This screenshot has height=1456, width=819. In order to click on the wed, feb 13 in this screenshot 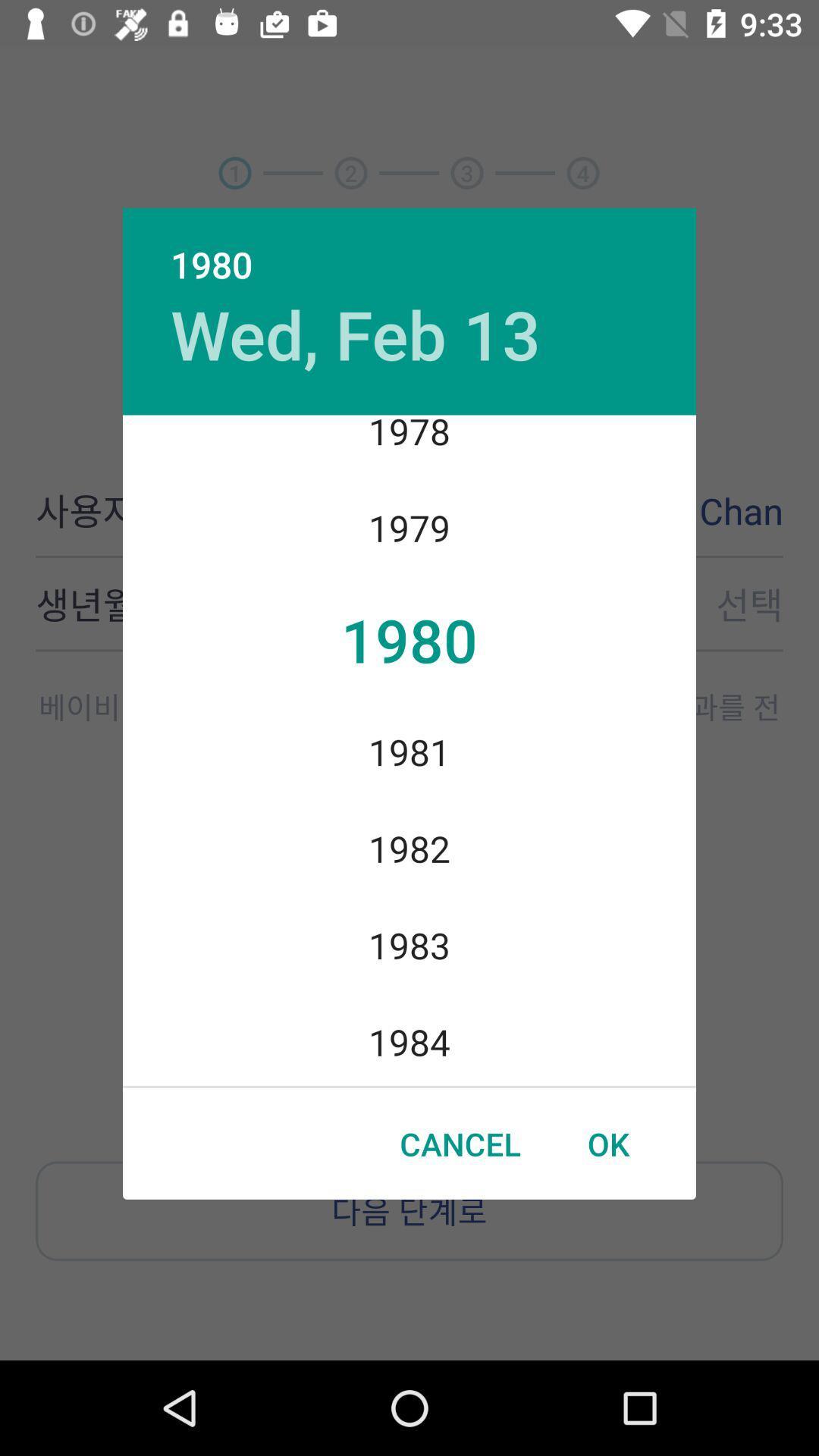, I will do `click(356, 333)`.